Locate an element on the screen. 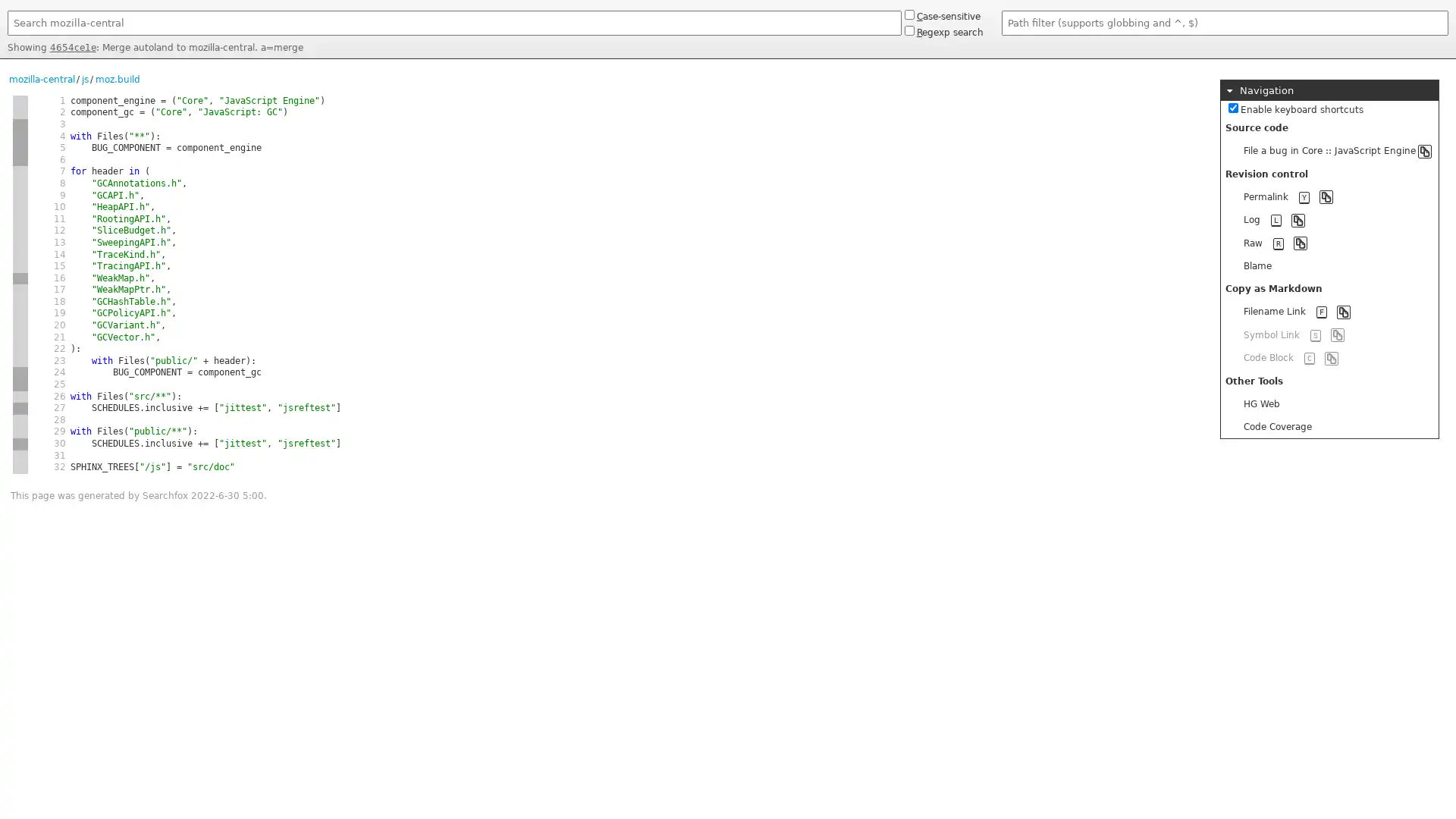 Image resolution: width=1456 pixels, height=819 pixels. new hash 4 is located at coordinates (20, 396).